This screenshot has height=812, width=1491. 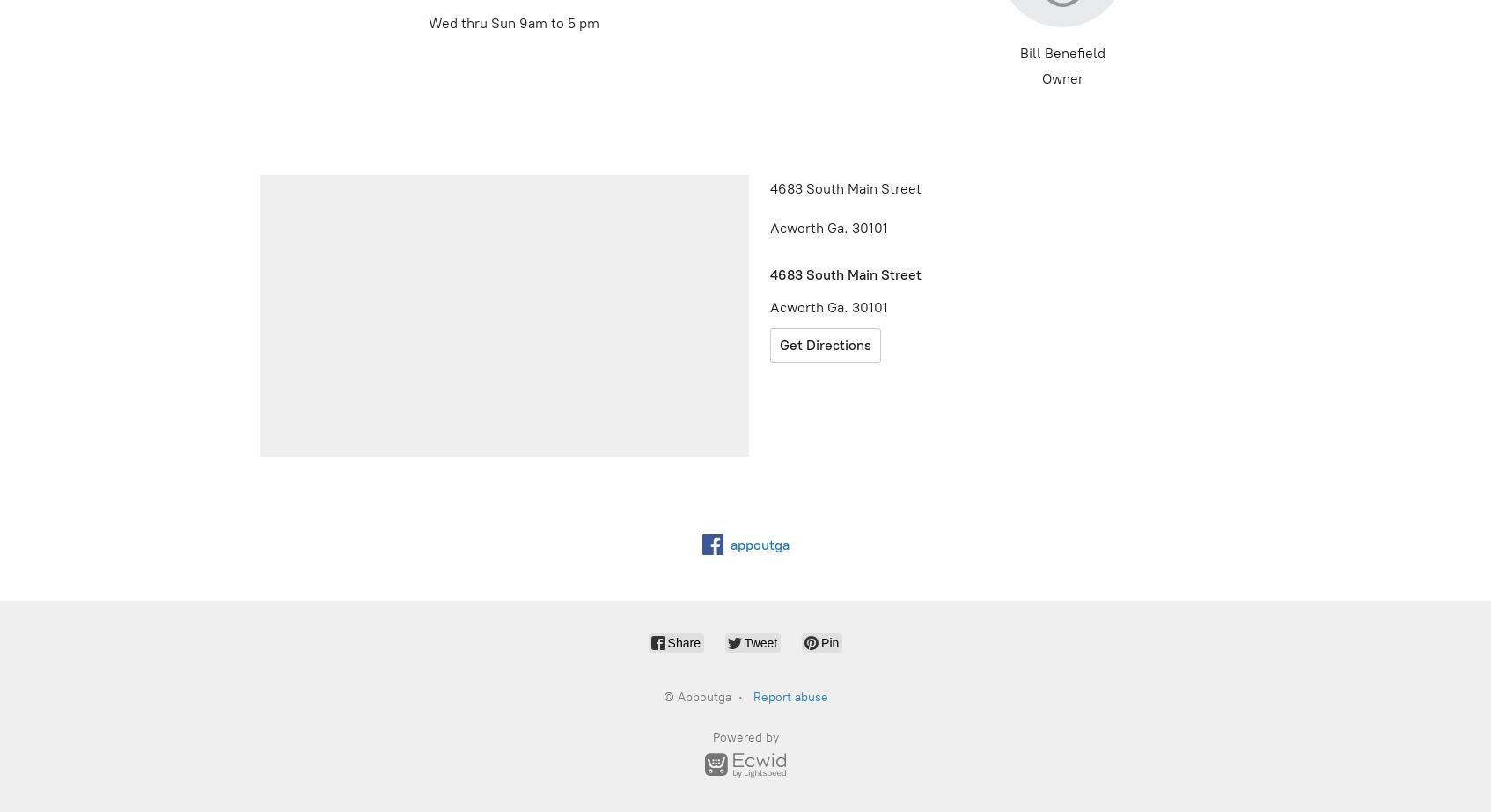 I want to click on 'Wed thru Sun 9am to 5 pm', so click(x=428, y=23).